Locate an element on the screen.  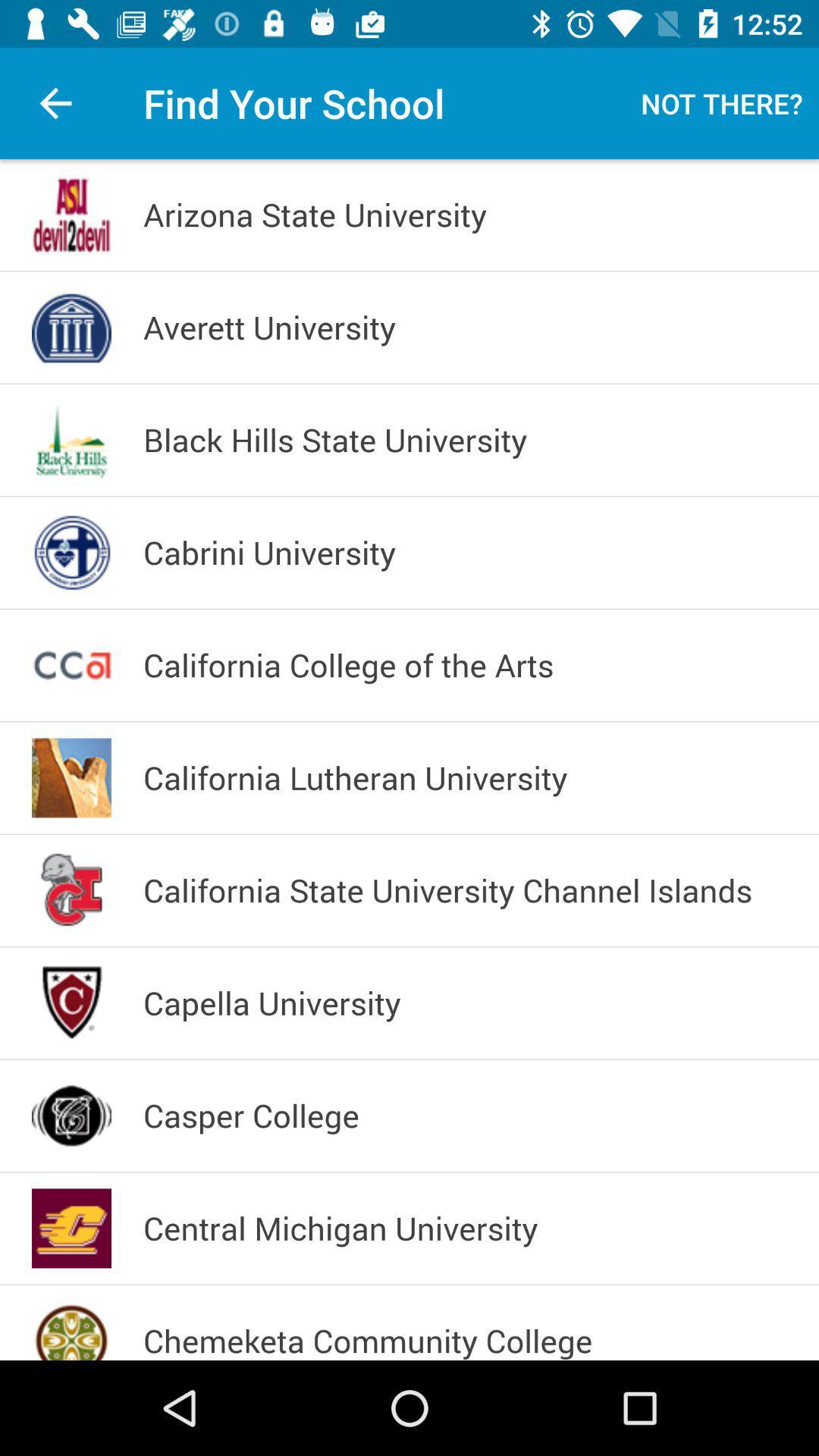
item next to the find your school app is located at coordinates (721, 102).